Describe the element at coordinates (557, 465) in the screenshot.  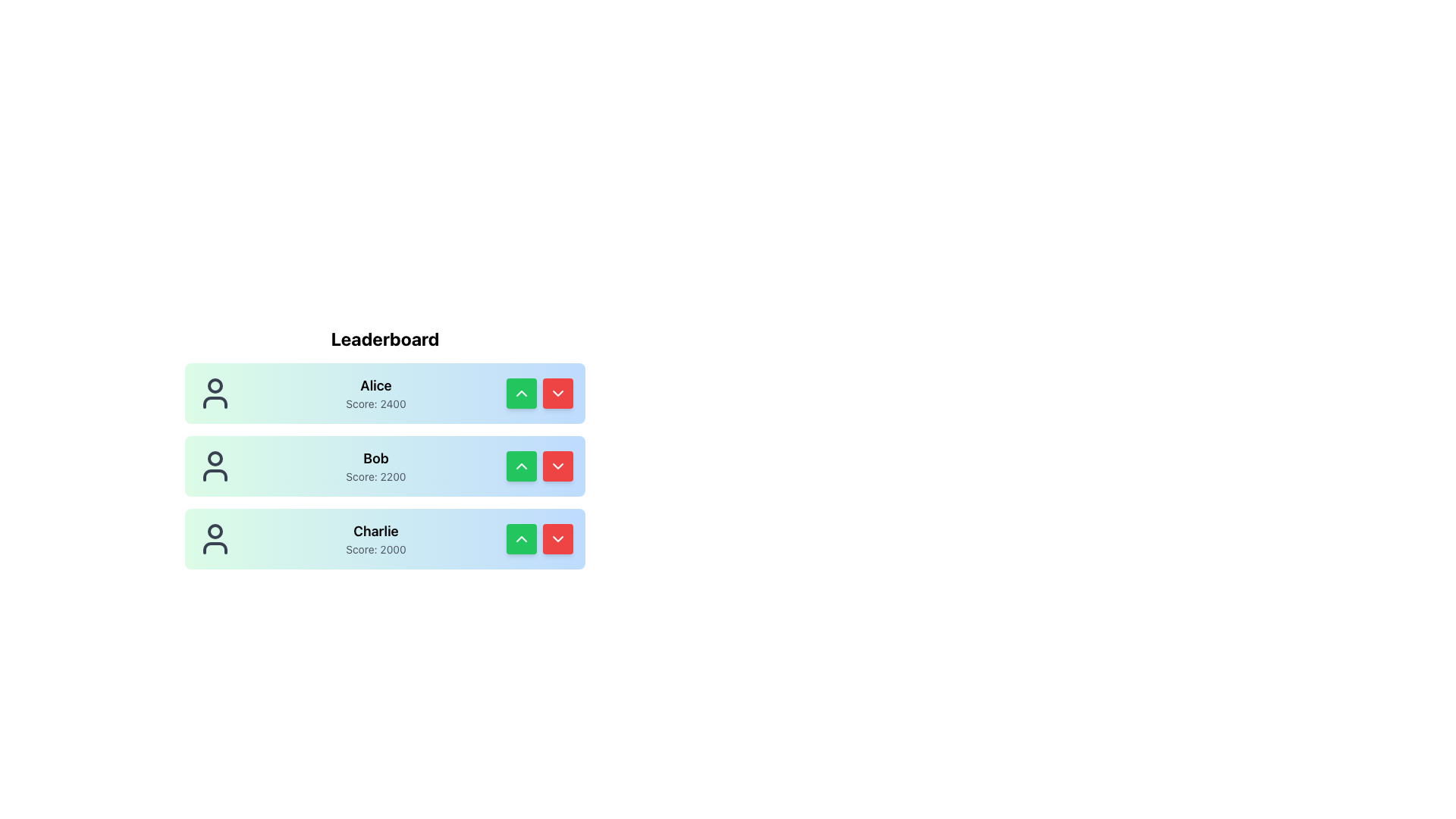
I see `the downward-facing chevron icon, which is white on a red circular background` at that location.